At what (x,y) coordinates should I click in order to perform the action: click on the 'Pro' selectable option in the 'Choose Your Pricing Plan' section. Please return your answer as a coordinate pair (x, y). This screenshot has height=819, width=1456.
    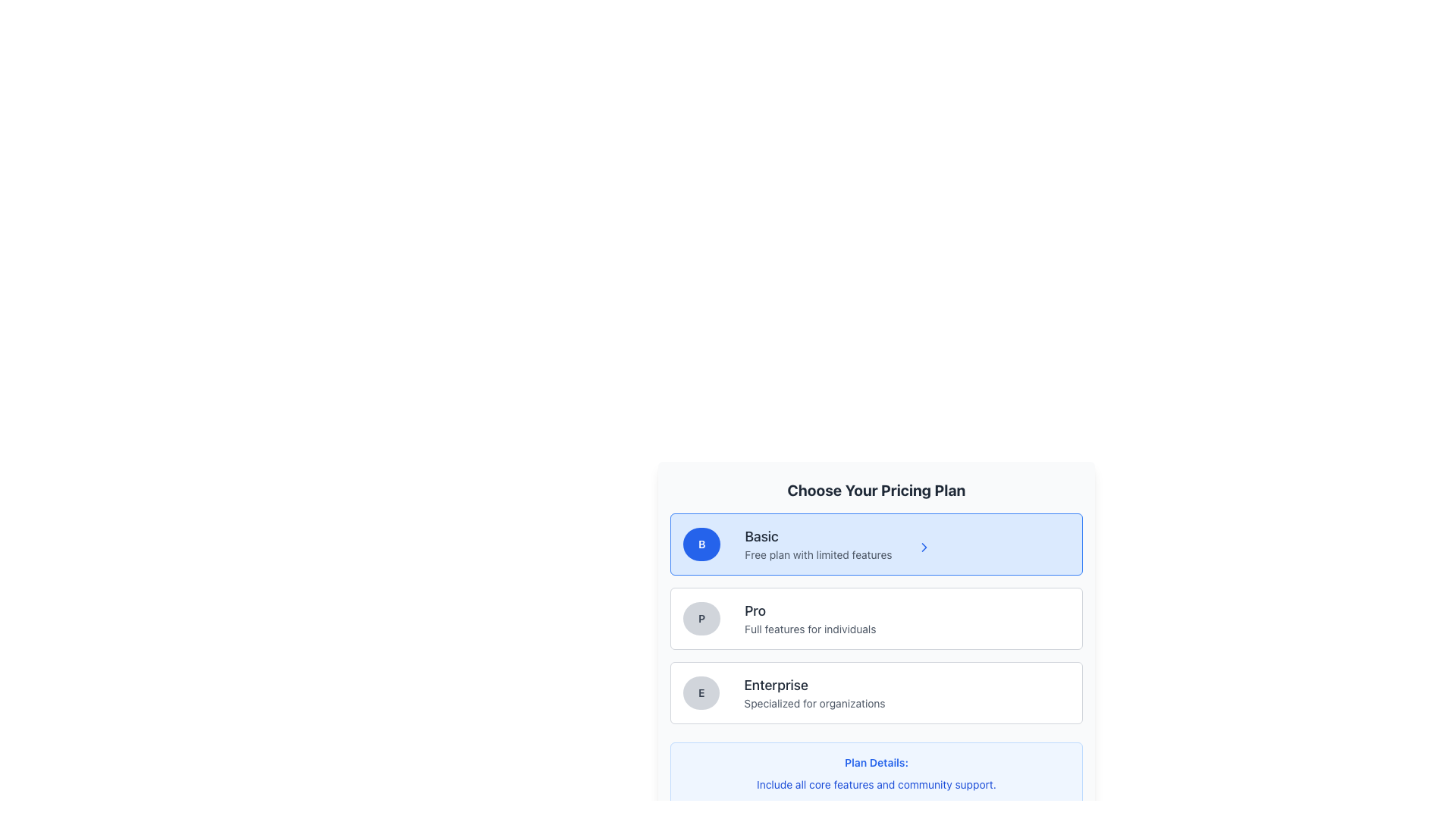
    Looking at the image, I should click on (877, 619).